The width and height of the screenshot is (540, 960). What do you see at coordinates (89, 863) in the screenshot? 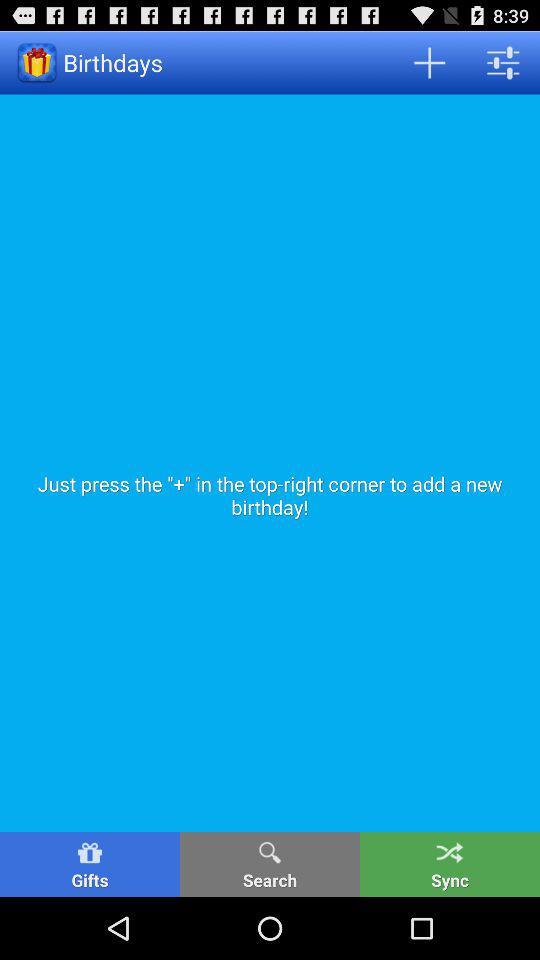
I see `icon next to the search item` at bounding box center [89, 863].